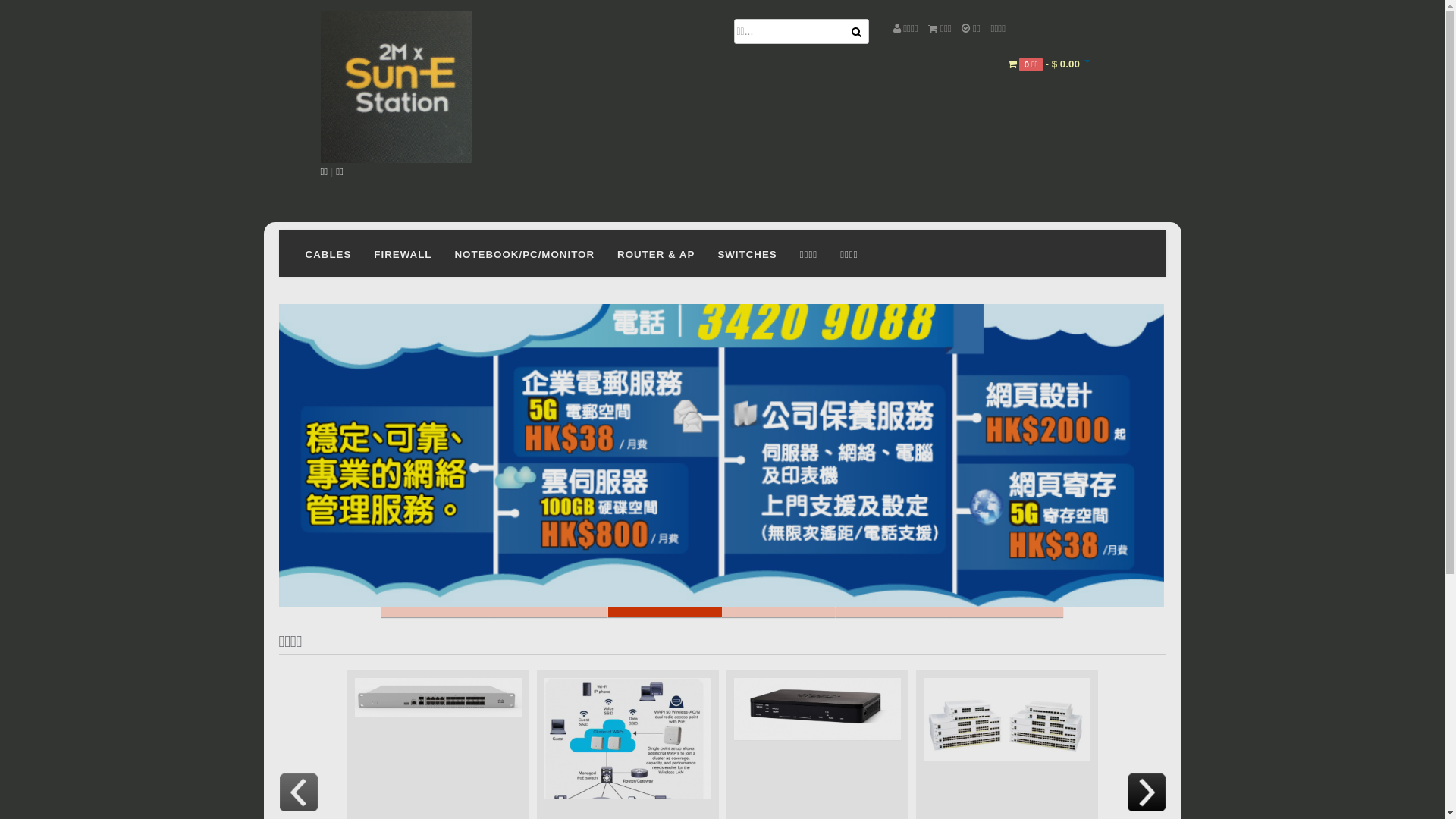  I want to click on 'NOTEBOOK/PC/MONITOR', so click(524, 253).